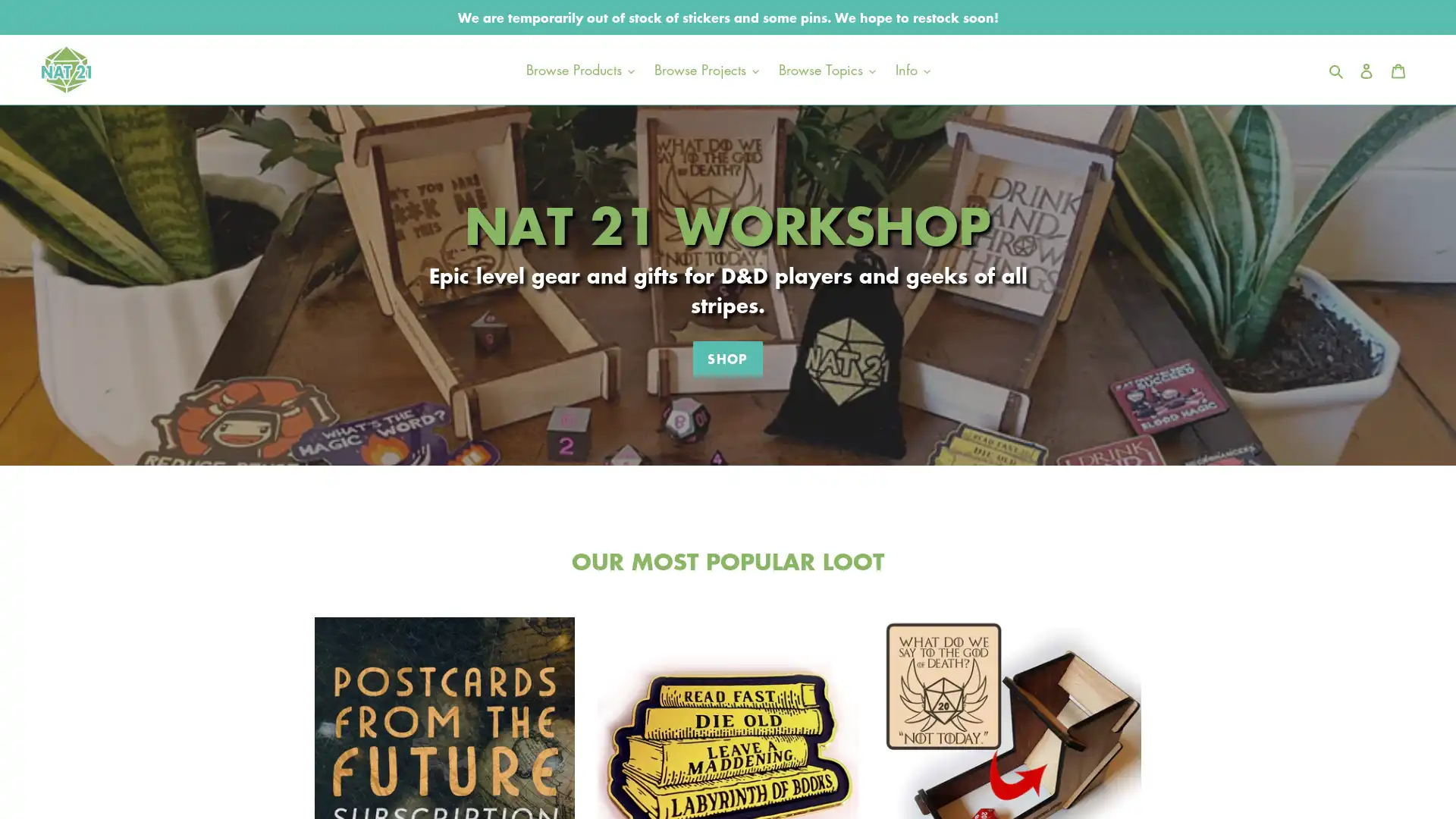 This screenshot has height=819, width=1456. What do you see at coordinates (825, 69) in the screenshot?
I see `Browse Topics` at bounding box center [825, 69].